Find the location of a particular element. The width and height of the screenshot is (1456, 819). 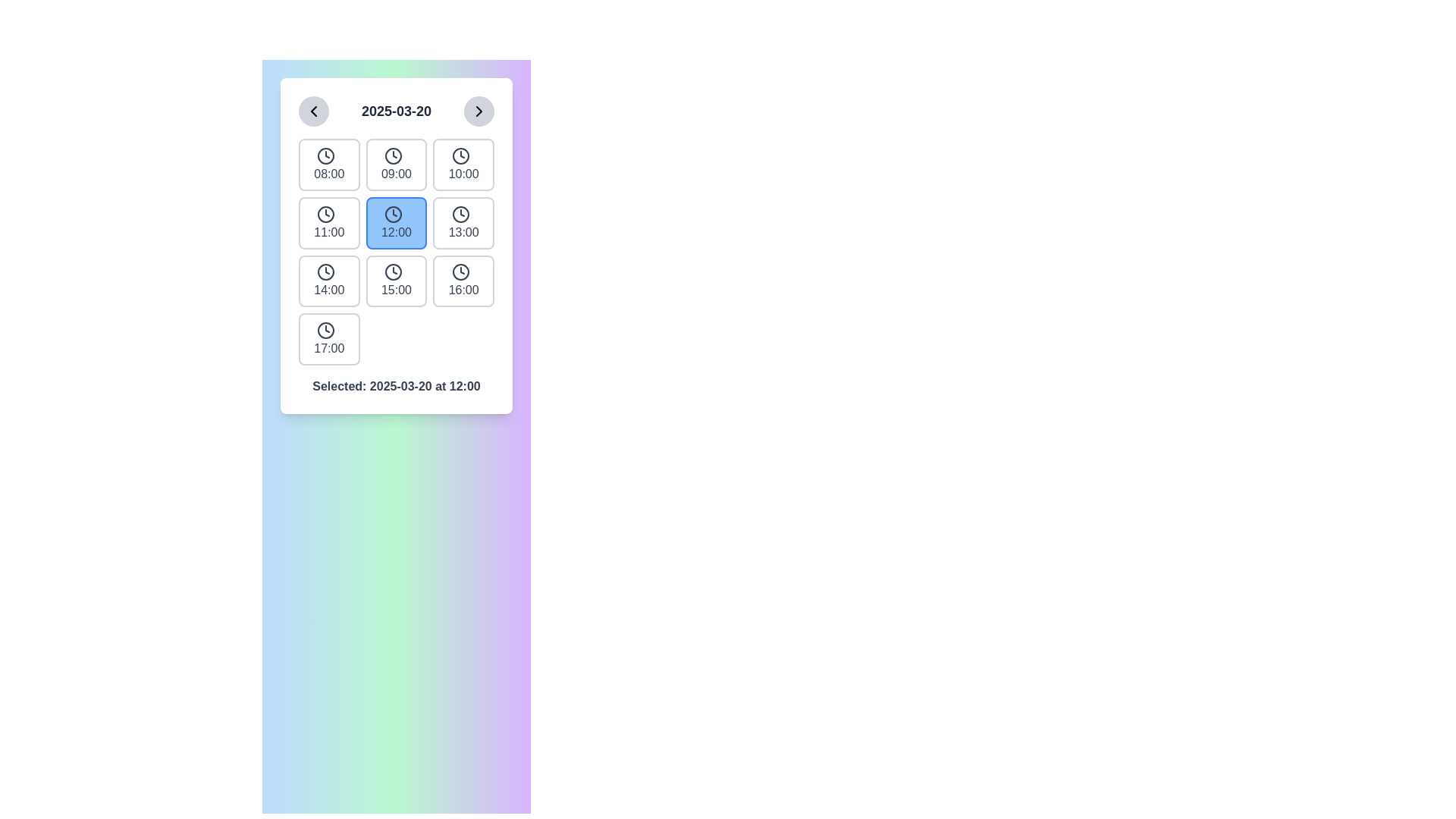

the rectangular button displaying '10:00' with a clock icon at the top is located at coordinates (463, 165).